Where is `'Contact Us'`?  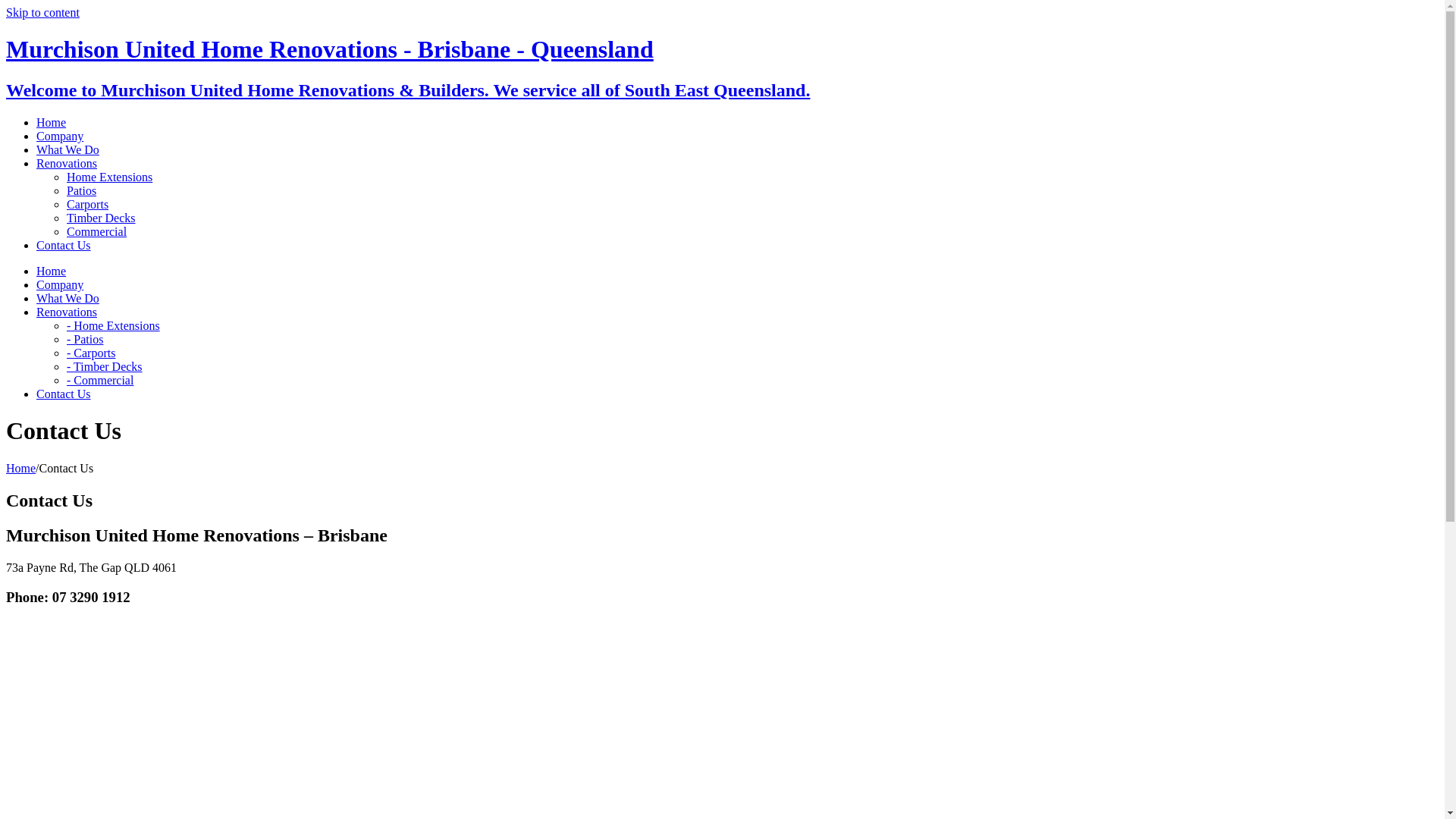
'Contact Us' is located at coordinates (62, 244).